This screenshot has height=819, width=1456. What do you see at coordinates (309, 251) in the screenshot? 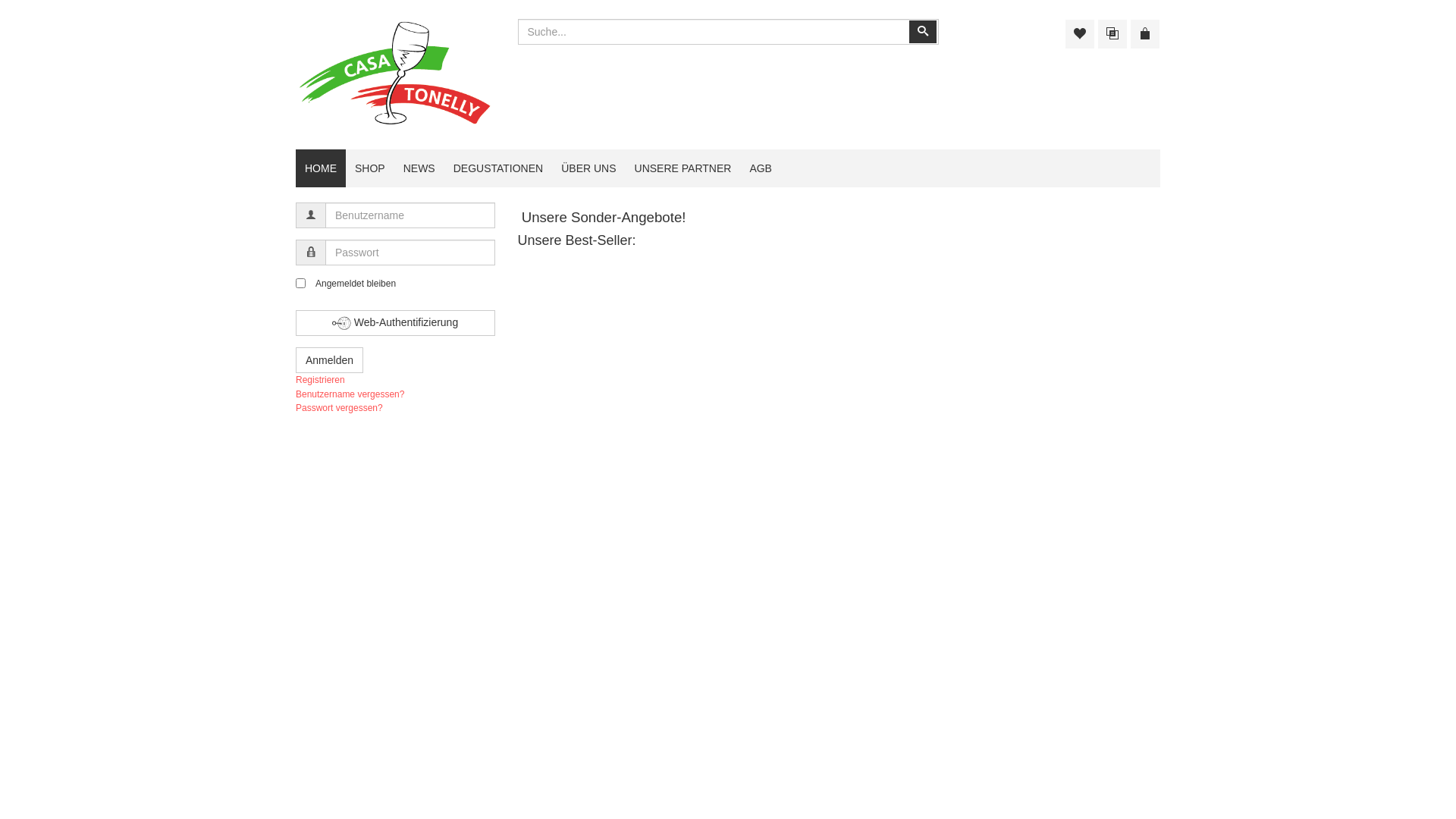
I see `'Passwort'` at bounding box center [309, 251].